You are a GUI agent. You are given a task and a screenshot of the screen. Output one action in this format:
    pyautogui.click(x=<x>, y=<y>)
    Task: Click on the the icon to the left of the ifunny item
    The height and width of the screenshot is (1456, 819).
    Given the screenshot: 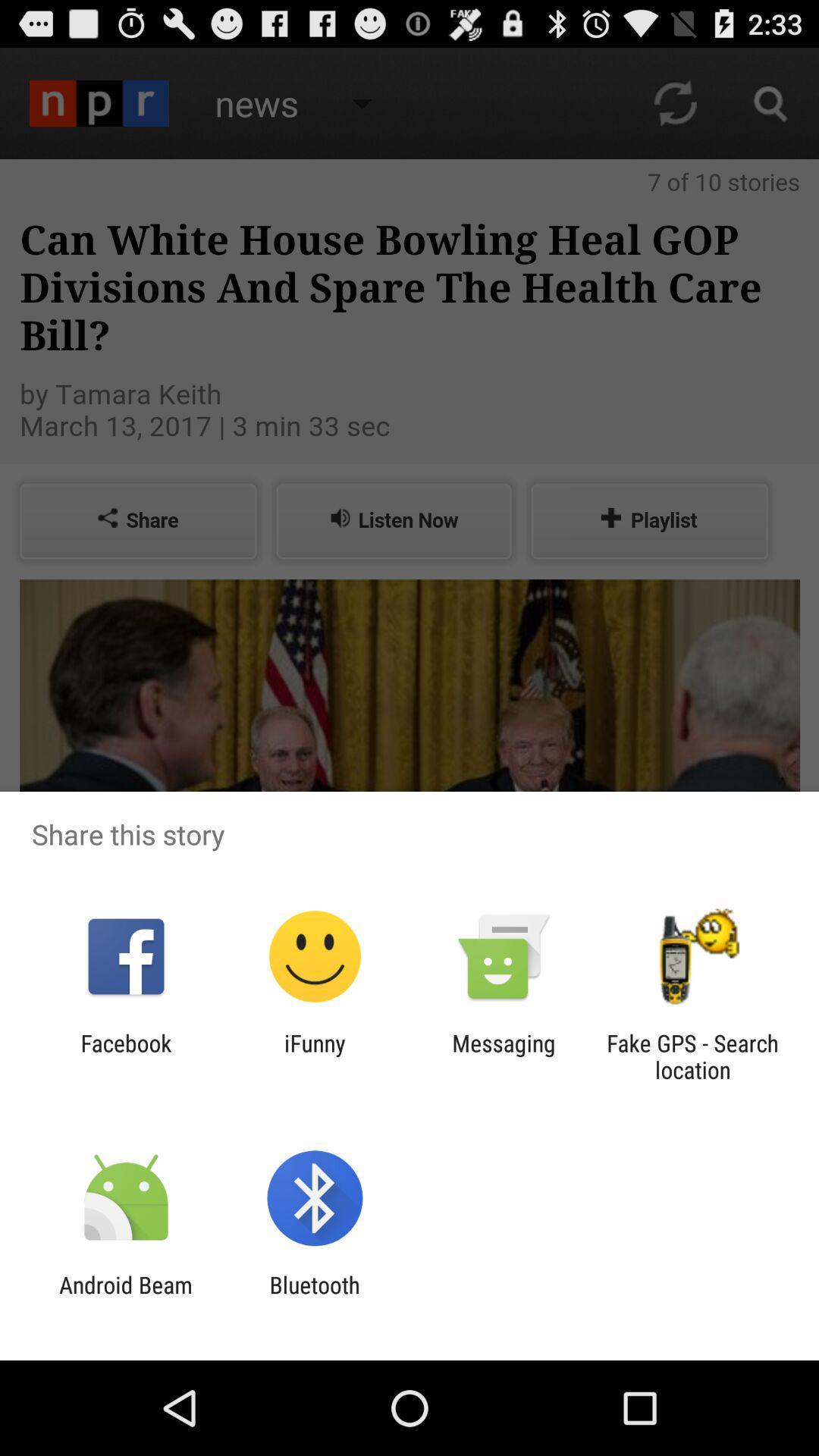 What is the action you would take?
    pyautogui.click(x=125, y=1056)
    